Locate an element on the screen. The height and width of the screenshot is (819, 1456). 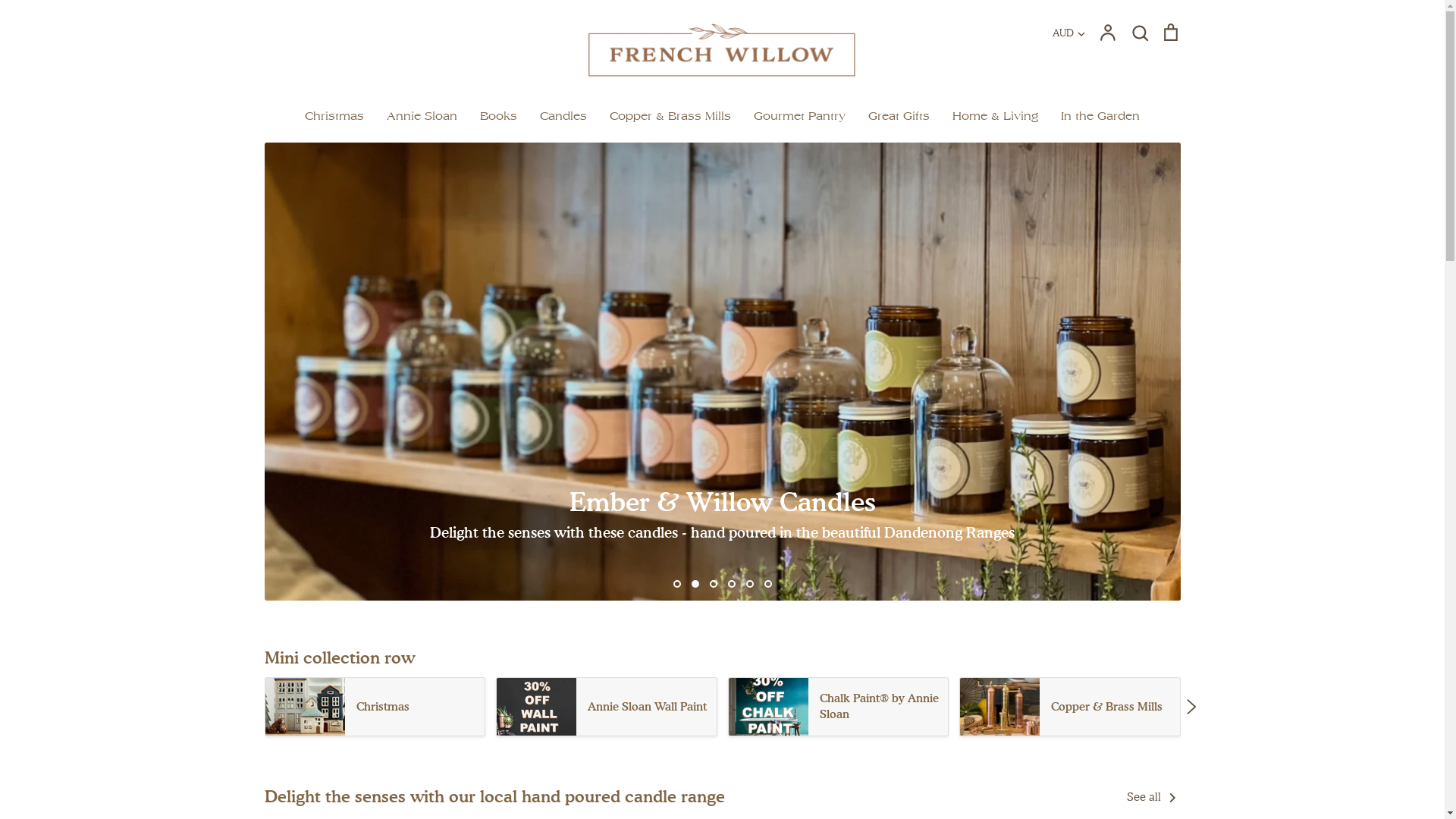
'Annie Sloan Wall Paint' is located at coordinates (607, 707).